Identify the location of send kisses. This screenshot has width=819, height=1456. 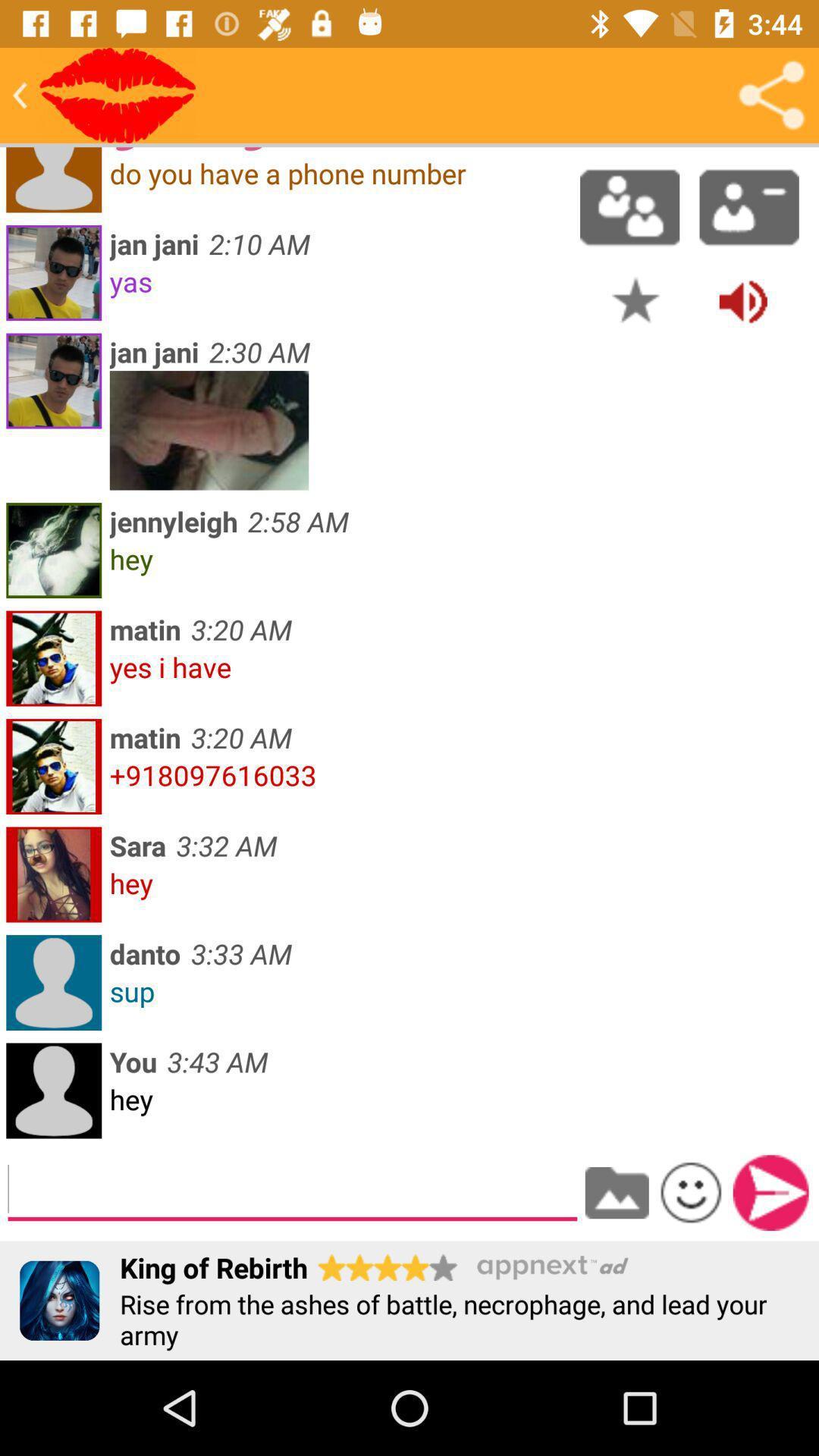
(117, 94).